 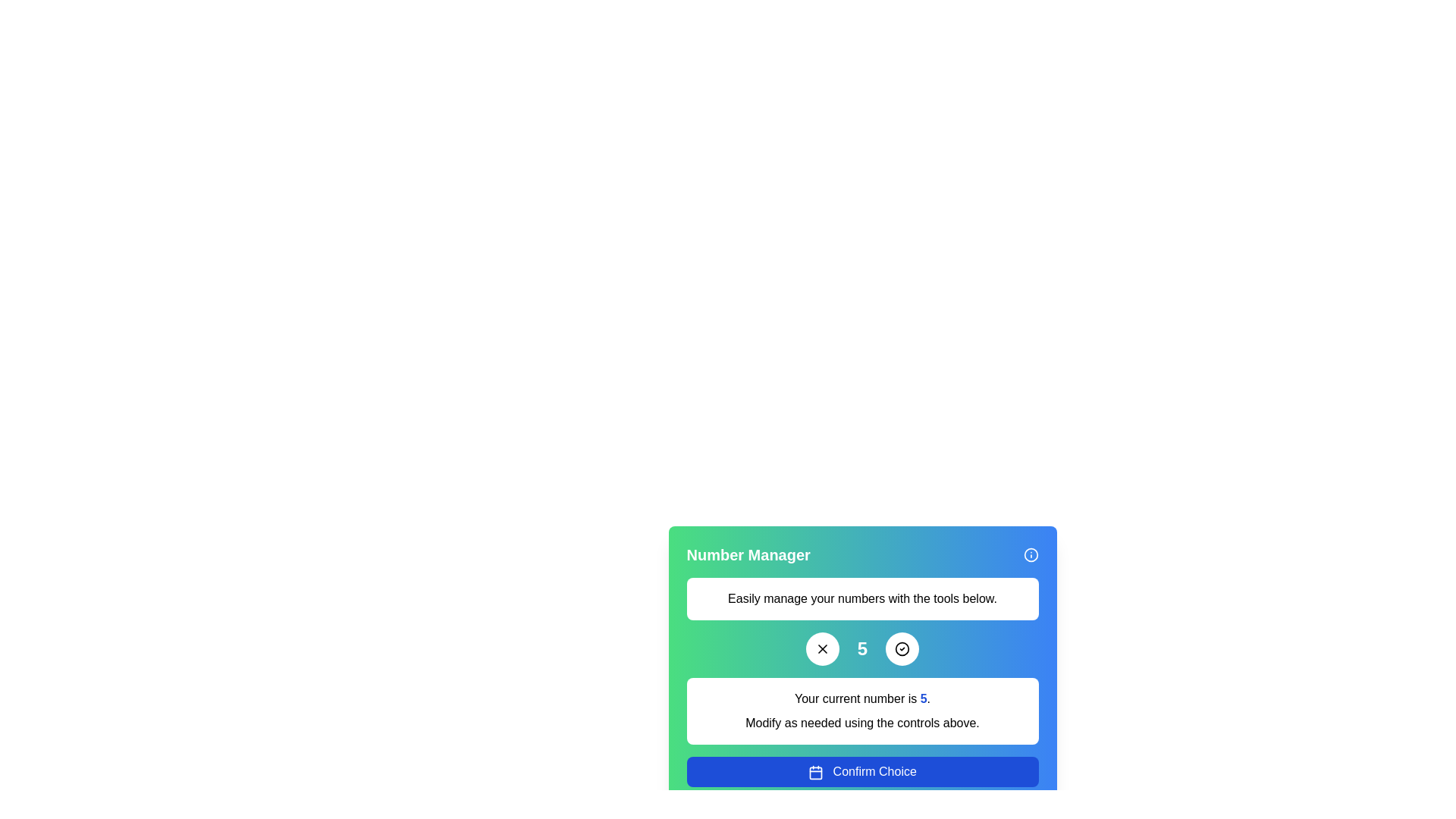 I want to click on the Circle-check icon located to the right of the number 5 in the Number Manager section, so click(x=902, y=648).